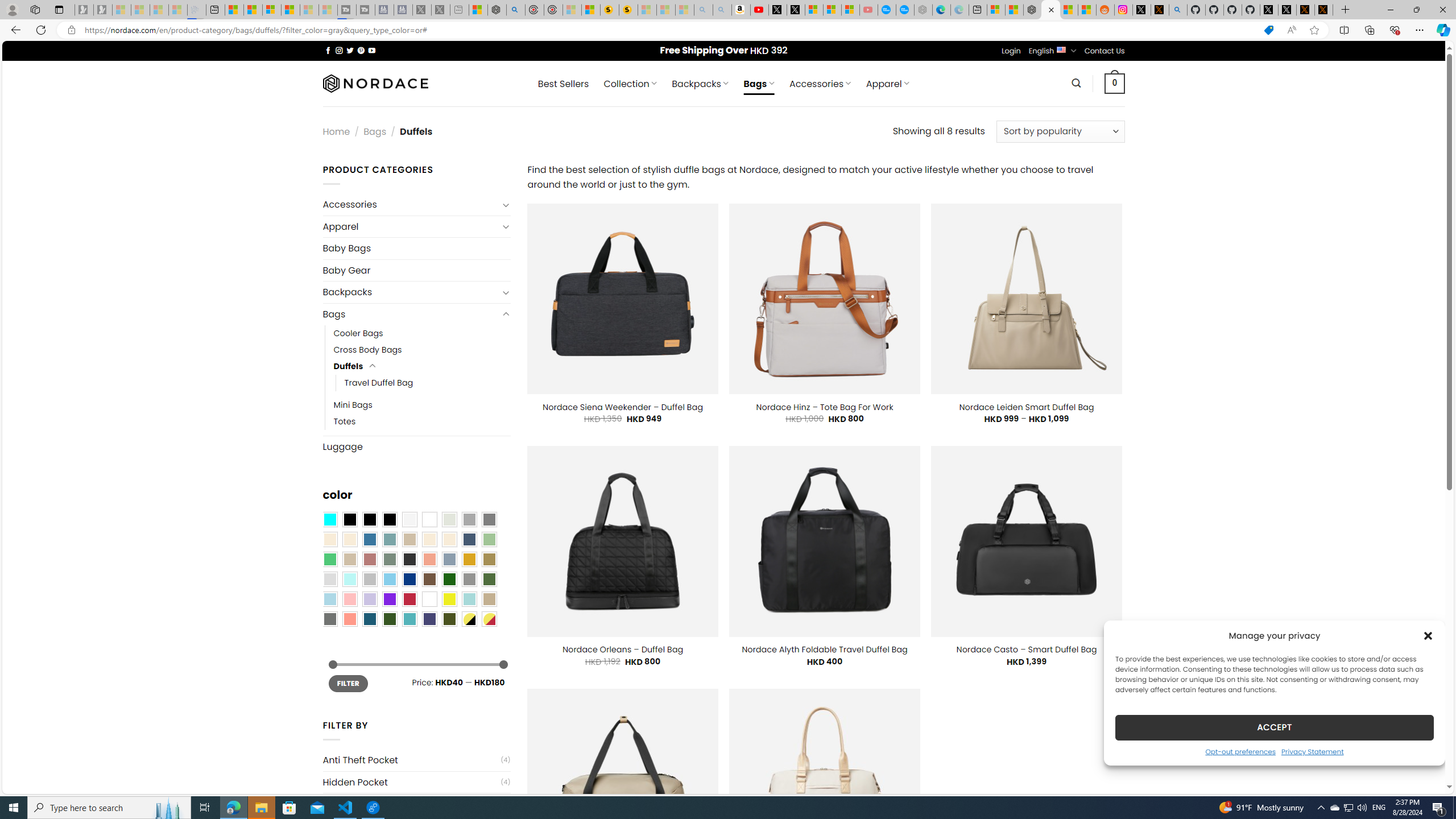 This screenshot has height=819, width=1456. What do you see at coordinates (369, 618) in the screenshot?
I see `'Capri Blue'` at bounding box center [369, 618].